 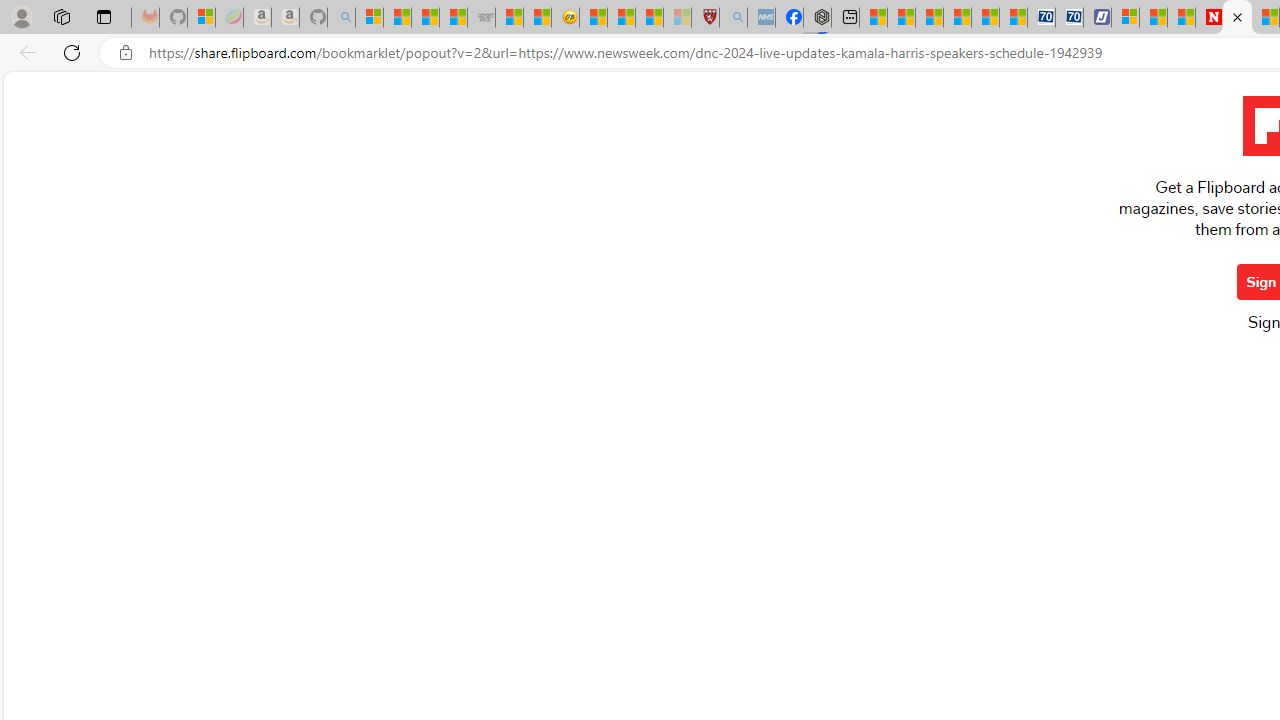 What do you see at coordinates (1207, 17) in the screenshot?
I see `'Newsweek - News, Analysis, Politics, Business, Technology'` at bounding box center [1207, 17].